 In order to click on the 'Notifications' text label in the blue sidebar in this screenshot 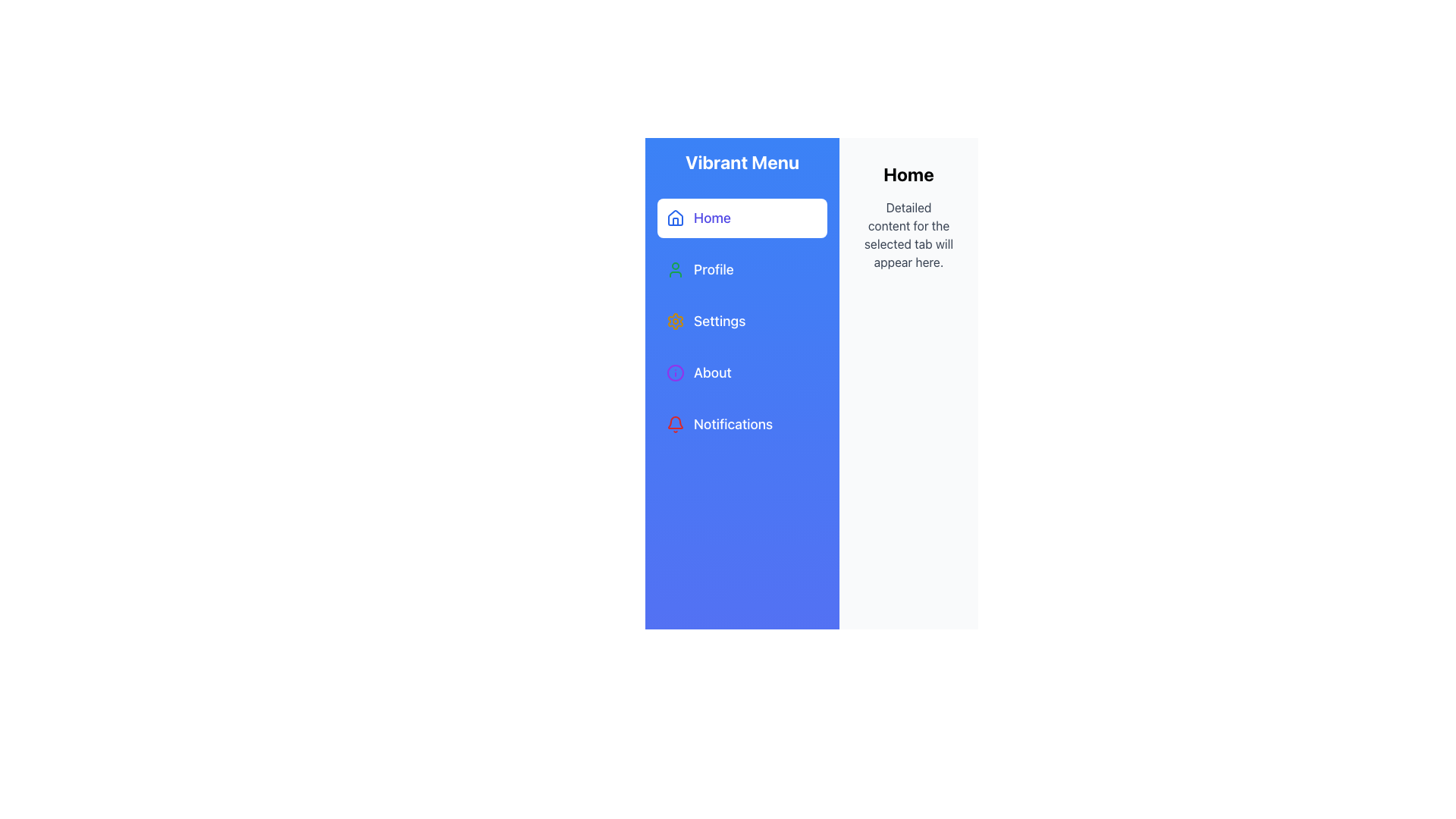, I will do `click(733, 424)`.